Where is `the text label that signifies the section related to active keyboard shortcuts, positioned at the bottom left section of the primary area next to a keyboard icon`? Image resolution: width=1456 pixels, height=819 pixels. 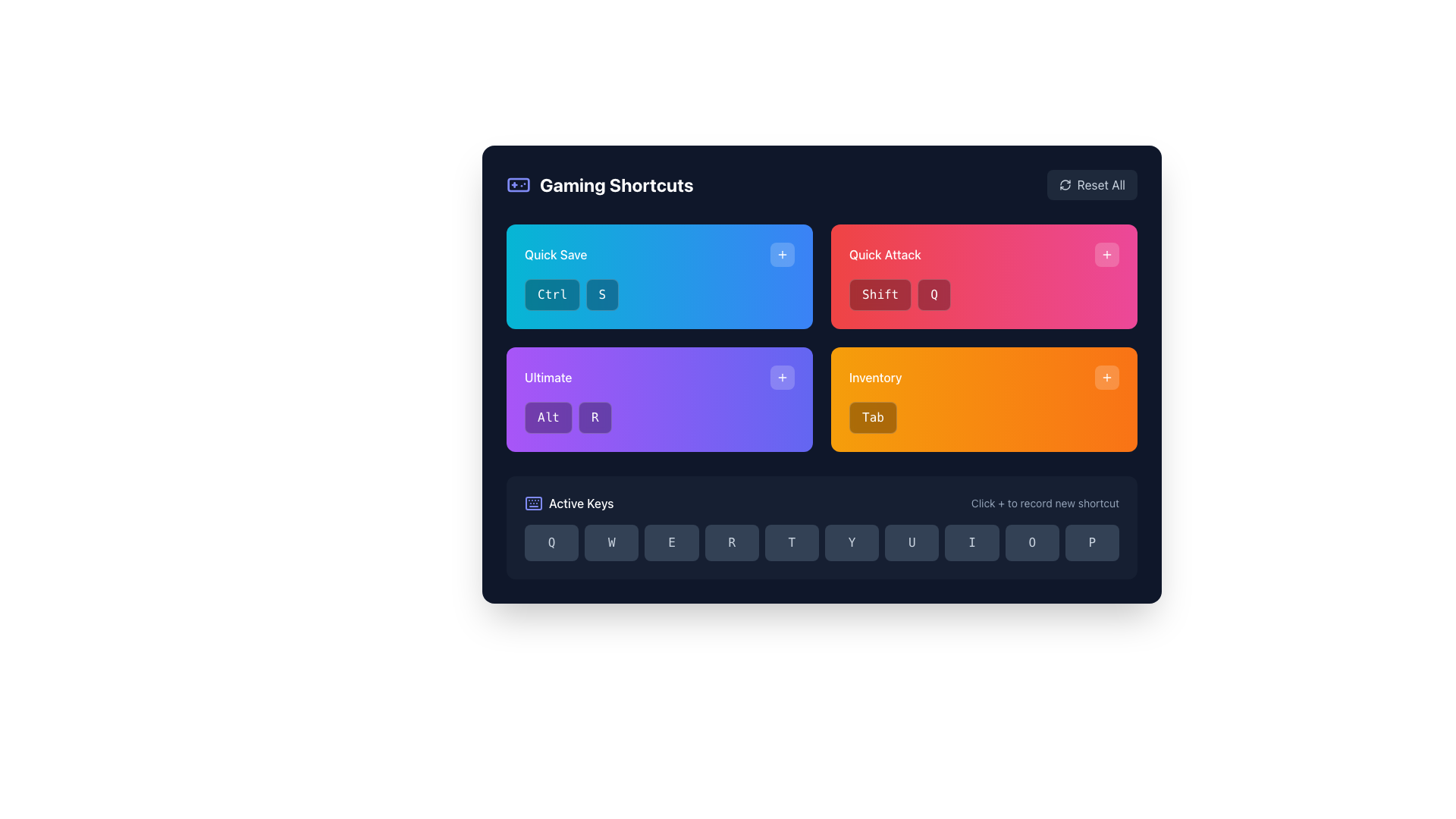 the text label that signifies the section related to active keyboard shortcuts, positioned at the bottom left section of the primary area next to a keyboard icon is located at coordinates (580, 503).